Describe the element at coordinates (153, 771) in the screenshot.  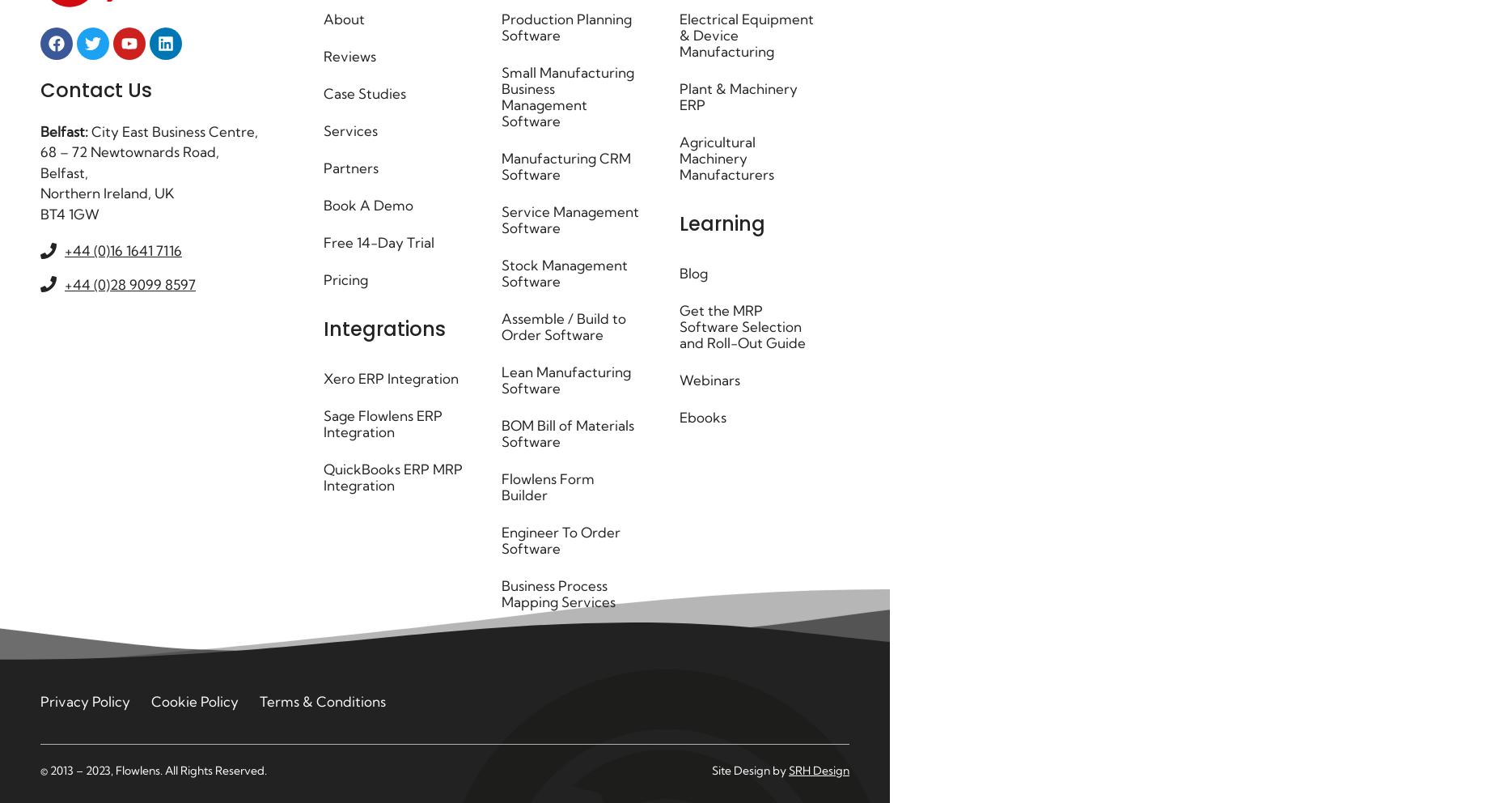
I see `'© 2013 – 2023, Flowlens. All Rights Reserved.'` at that location.